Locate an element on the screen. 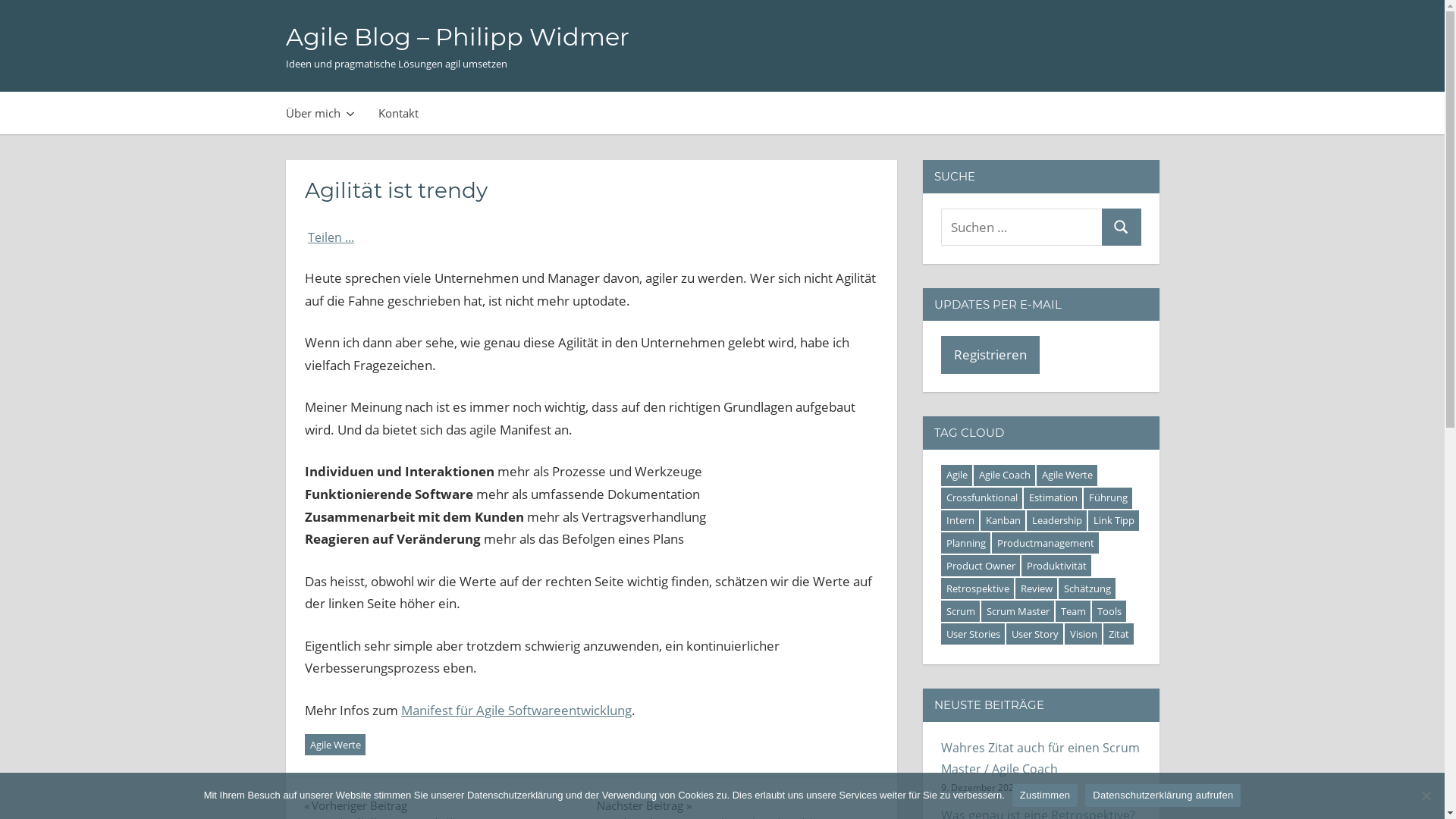 Image resolution: width=1456 pixels, height=819 pixels. 'Suchen nach:' is located at coordinates (1021, 226).